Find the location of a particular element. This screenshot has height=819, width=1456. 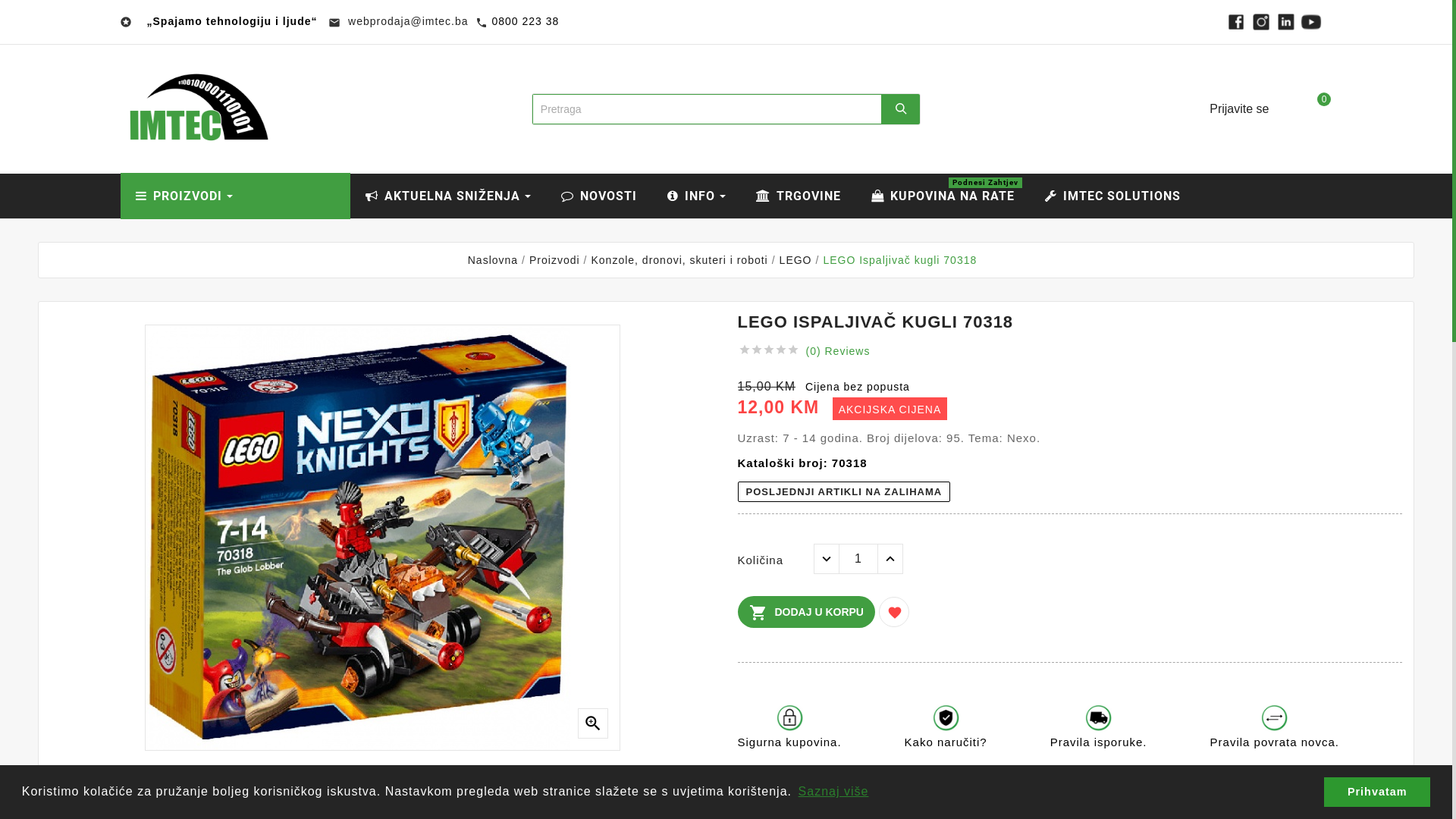

'IMTEC SOLUTIONS' is located at coordinates (1112, 195).